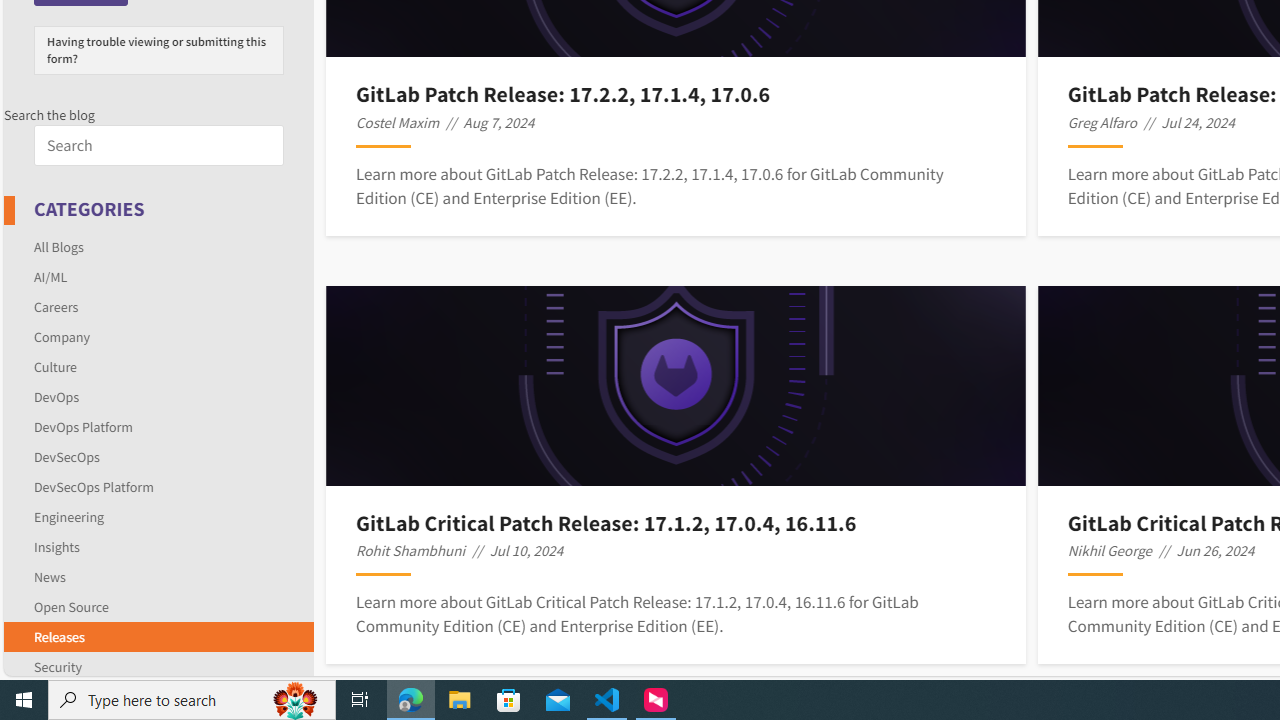  Describe the element at coordinates (675, 94) in the screenshot. I see `'GitLab Patch Release: 17.2.2, 17.1.4, 17.0.6'` at that location.